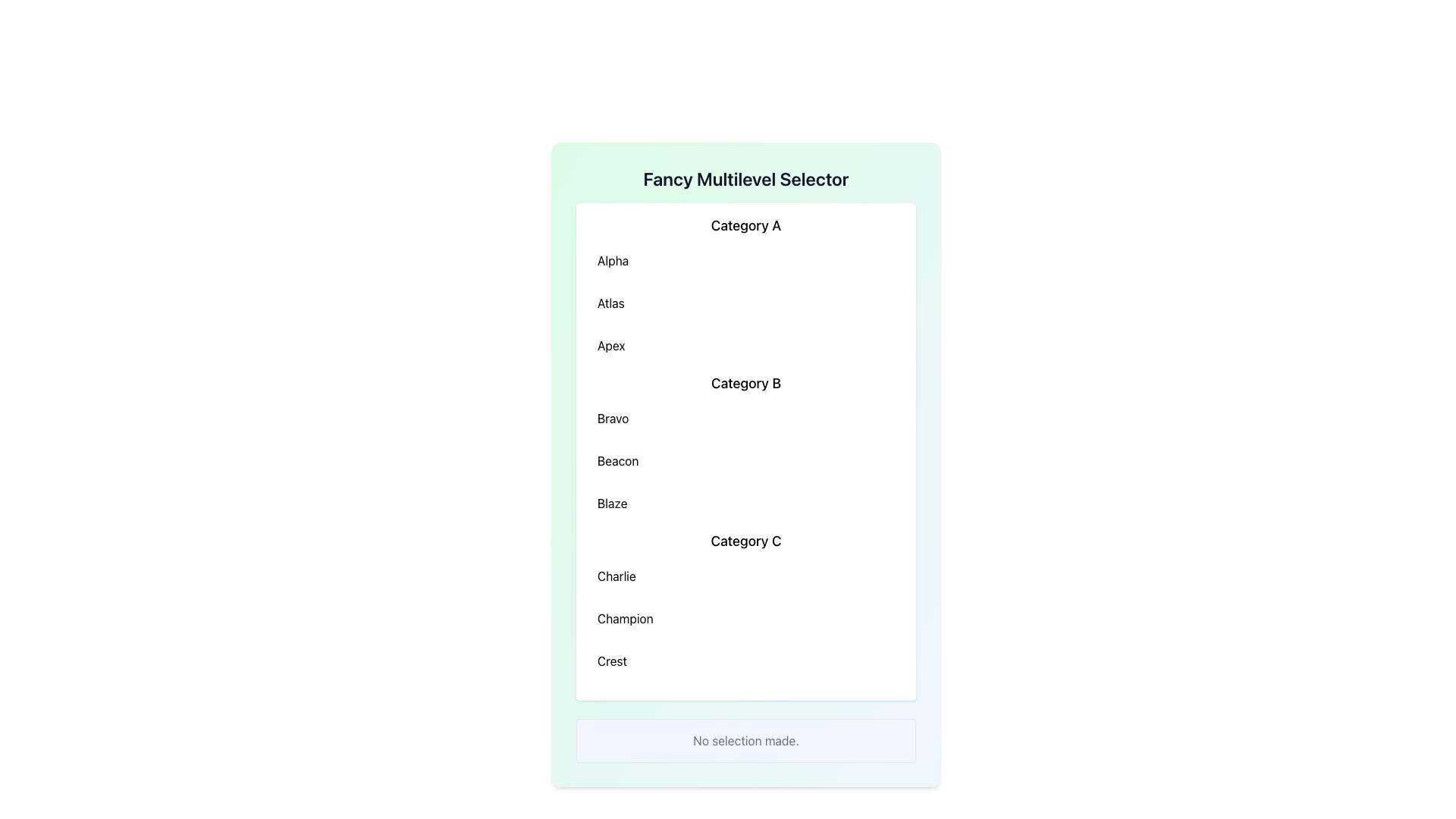 This screenshot has height=819, width=1456. I want to click on the text heading labeled 'Category A', which is styled in a larger and bold font and located at the top of its section, so click(745, 225).